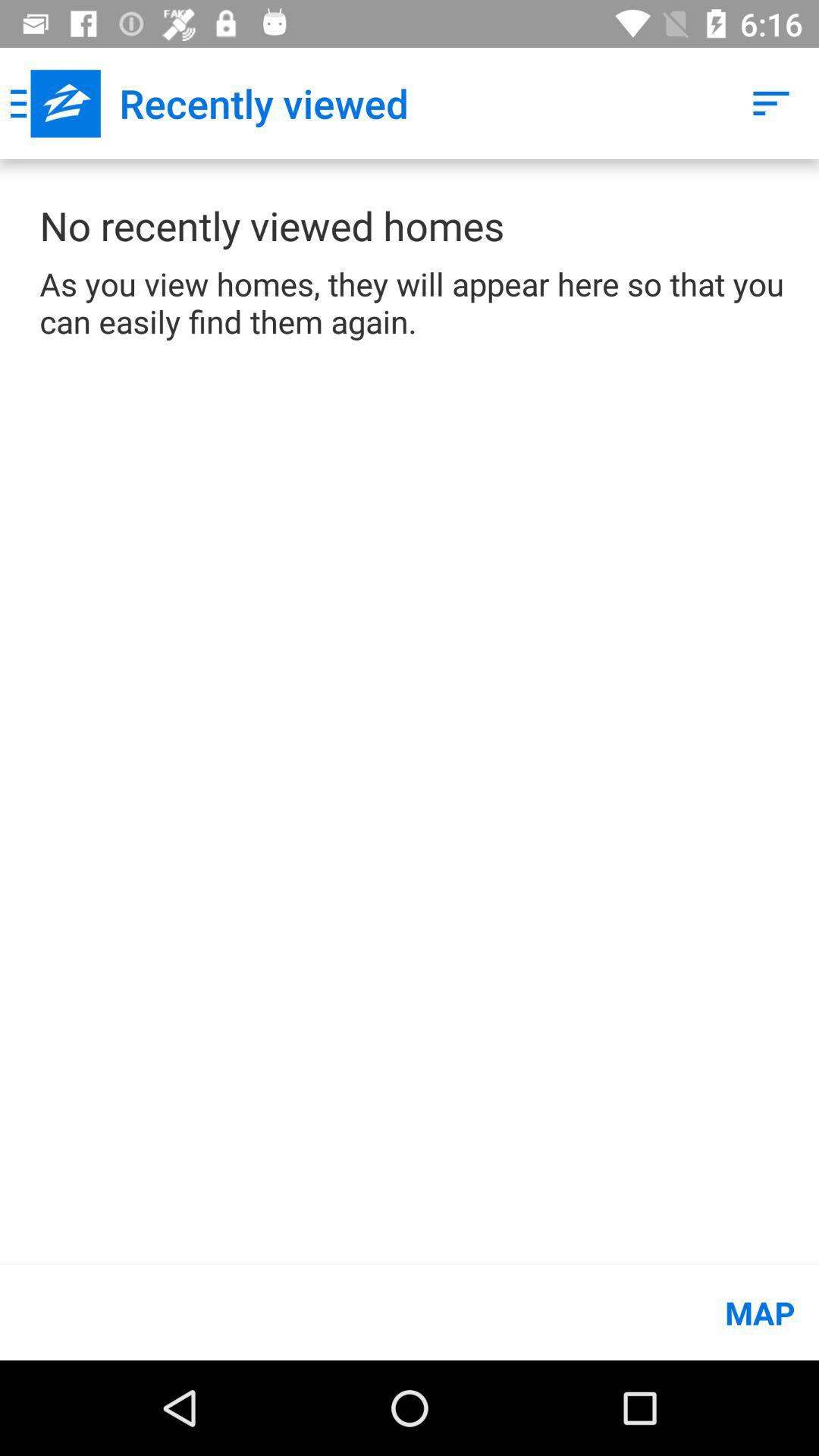 This screenshot has height=1456, width=819. What do you see at coordinates (771, 102) in the screenshot?
I see `the icon at the top right corner` at bounding box center [771, 102].